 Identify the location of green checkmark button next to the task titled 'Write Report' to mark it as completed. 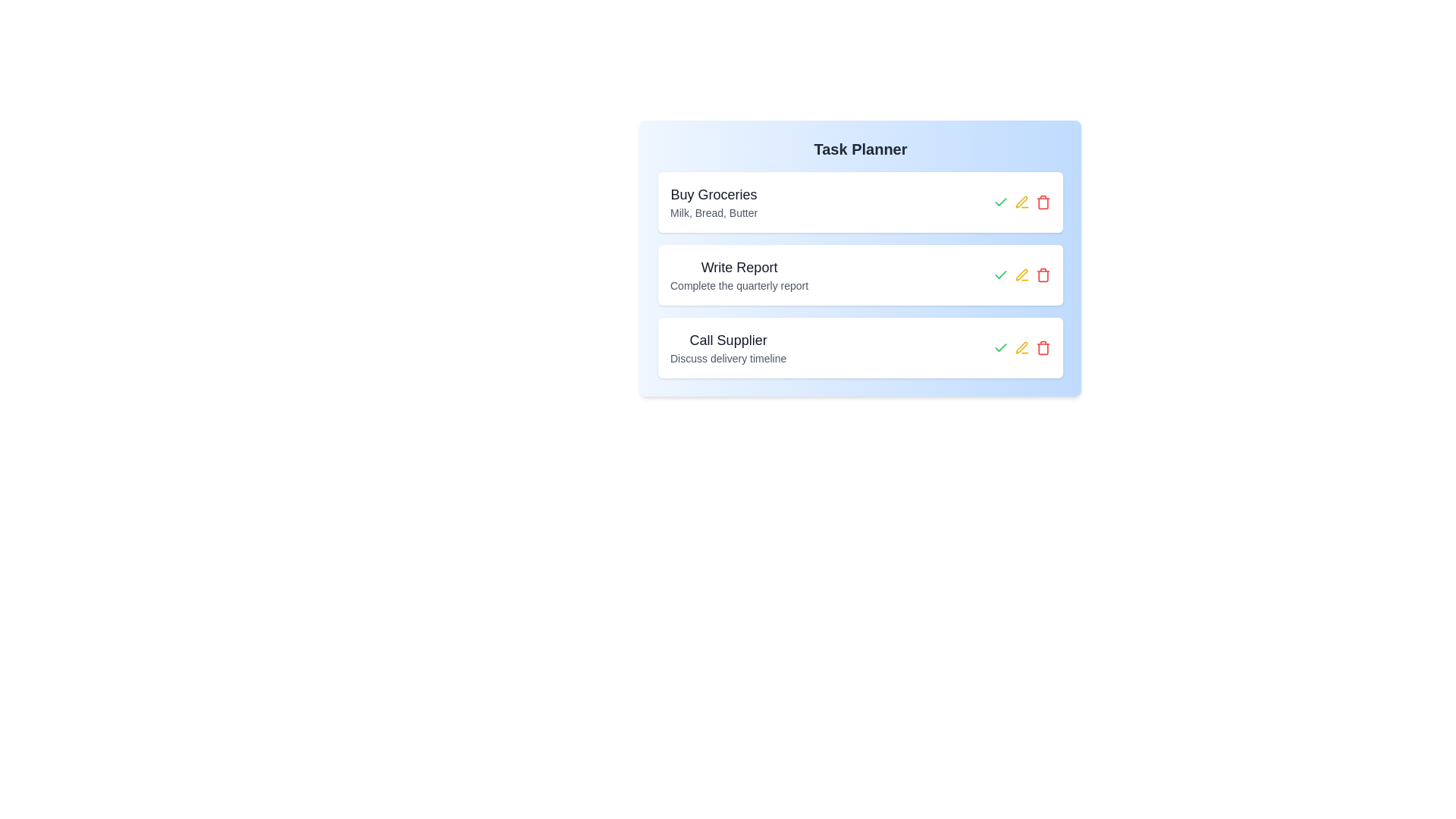
(1001, 275).